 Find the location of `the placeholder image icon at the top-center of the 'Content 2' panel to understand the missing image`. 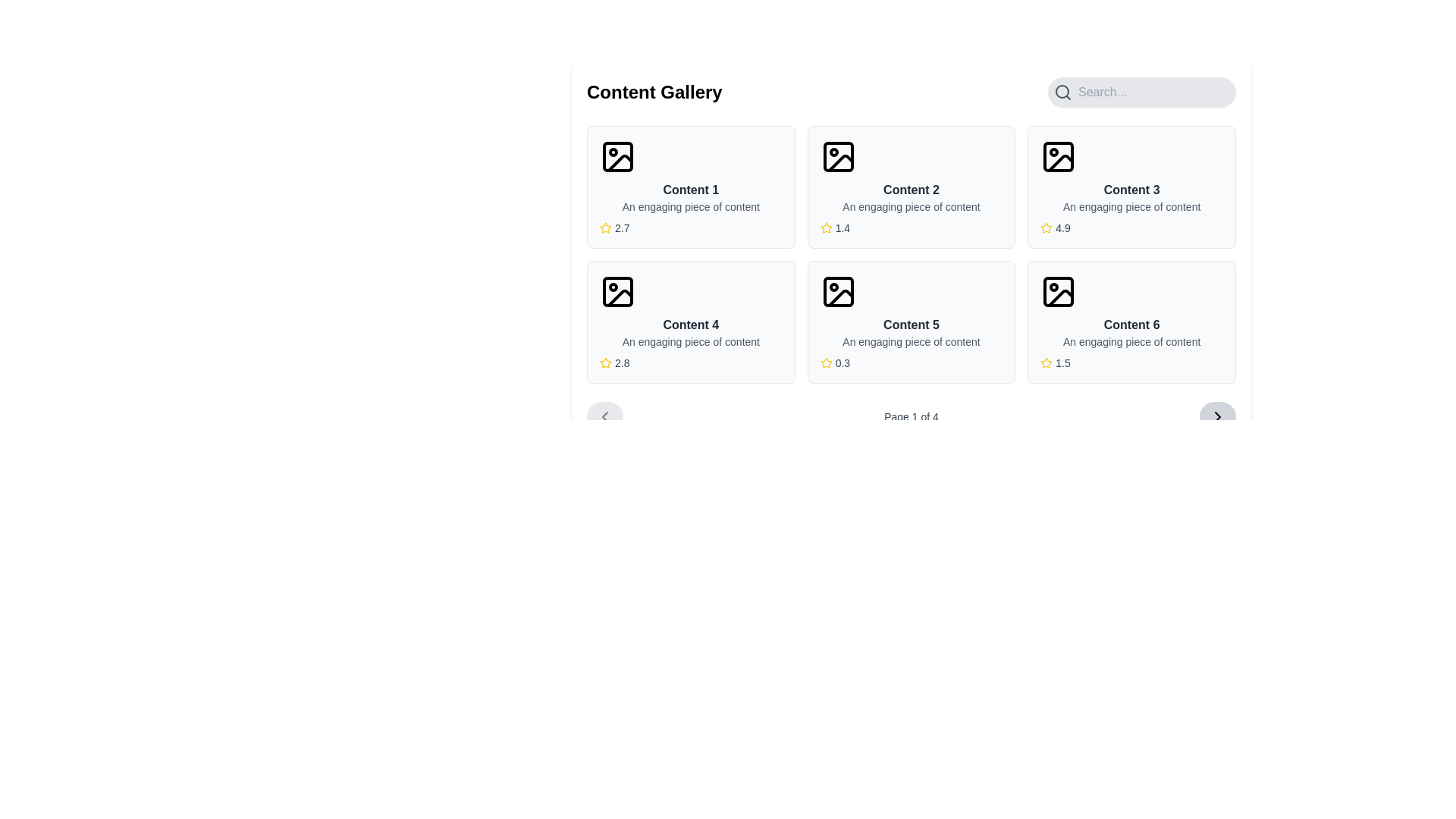

the placeholder image icon at the top-center of the 'Content 2' panel to understand the missing image is located at coordinates (837, 157).